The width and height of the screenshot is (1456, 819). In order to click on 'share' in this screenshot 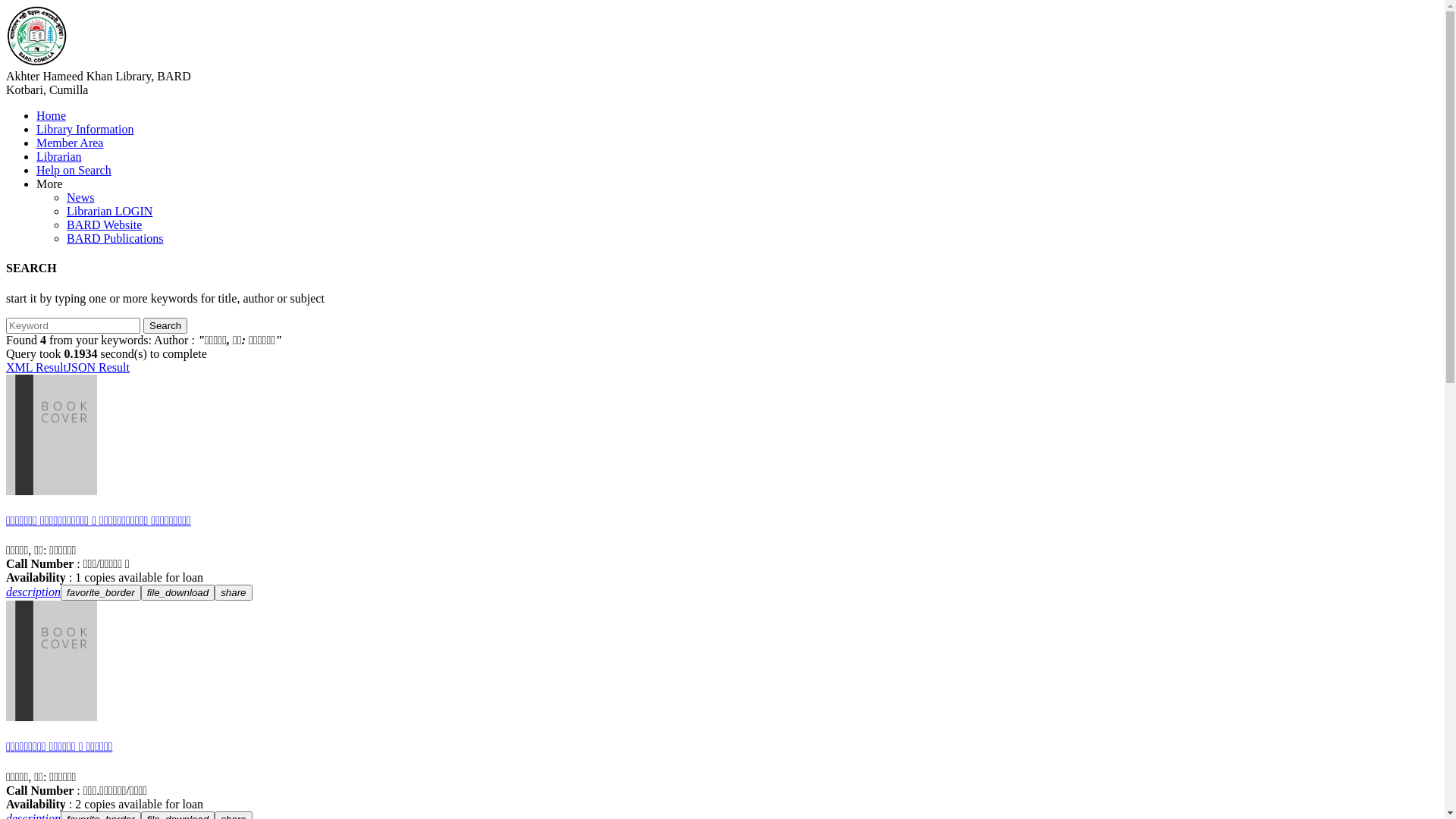, I will do `click(232, 591)`.